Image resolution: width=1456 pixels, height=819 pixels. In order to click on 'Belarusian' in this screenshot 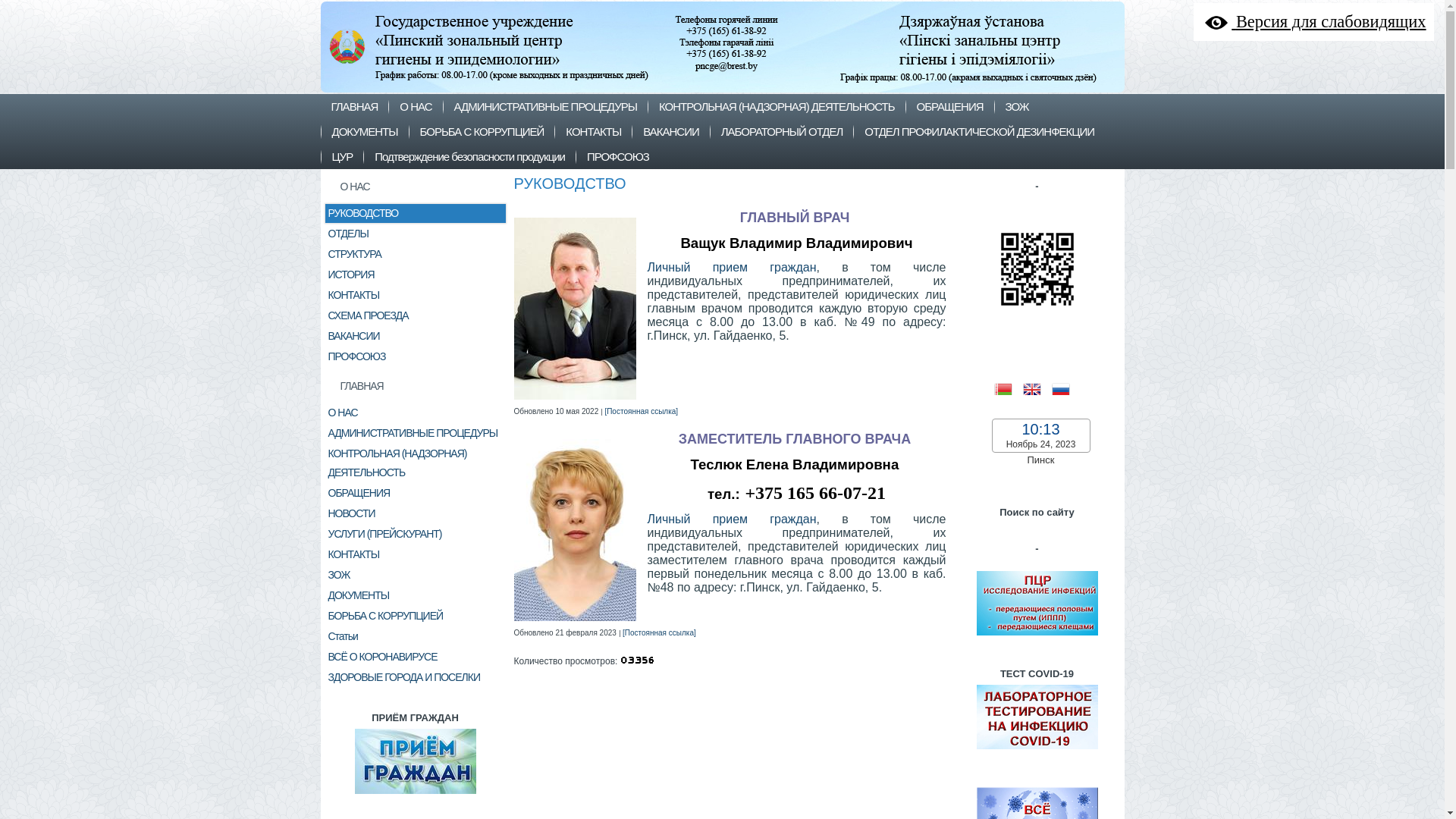, I will do `click(1008, 387)`.